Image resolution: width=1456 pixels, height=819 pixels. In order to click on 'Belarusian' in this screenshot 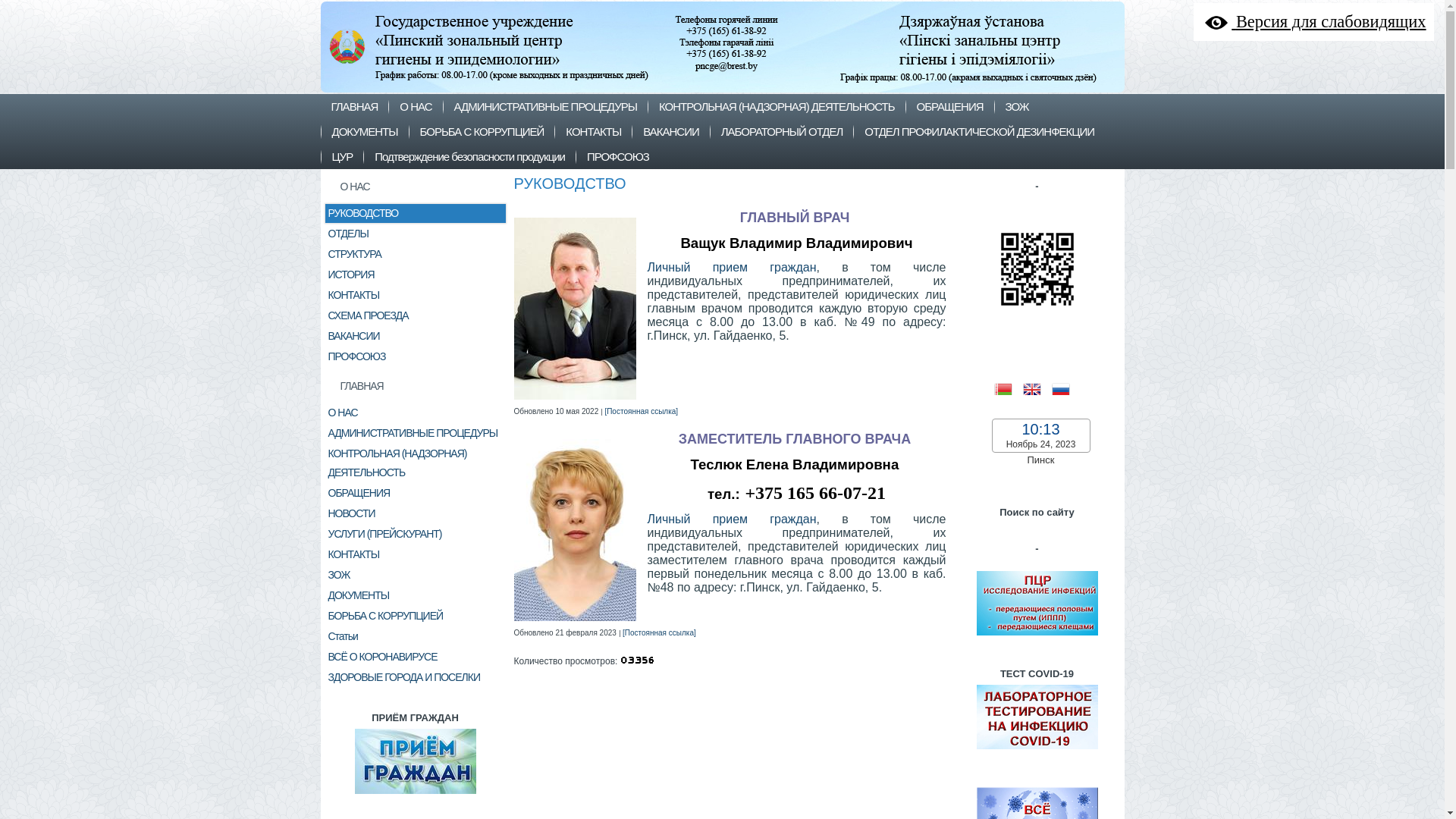, I will do `click(1008, 387)`.